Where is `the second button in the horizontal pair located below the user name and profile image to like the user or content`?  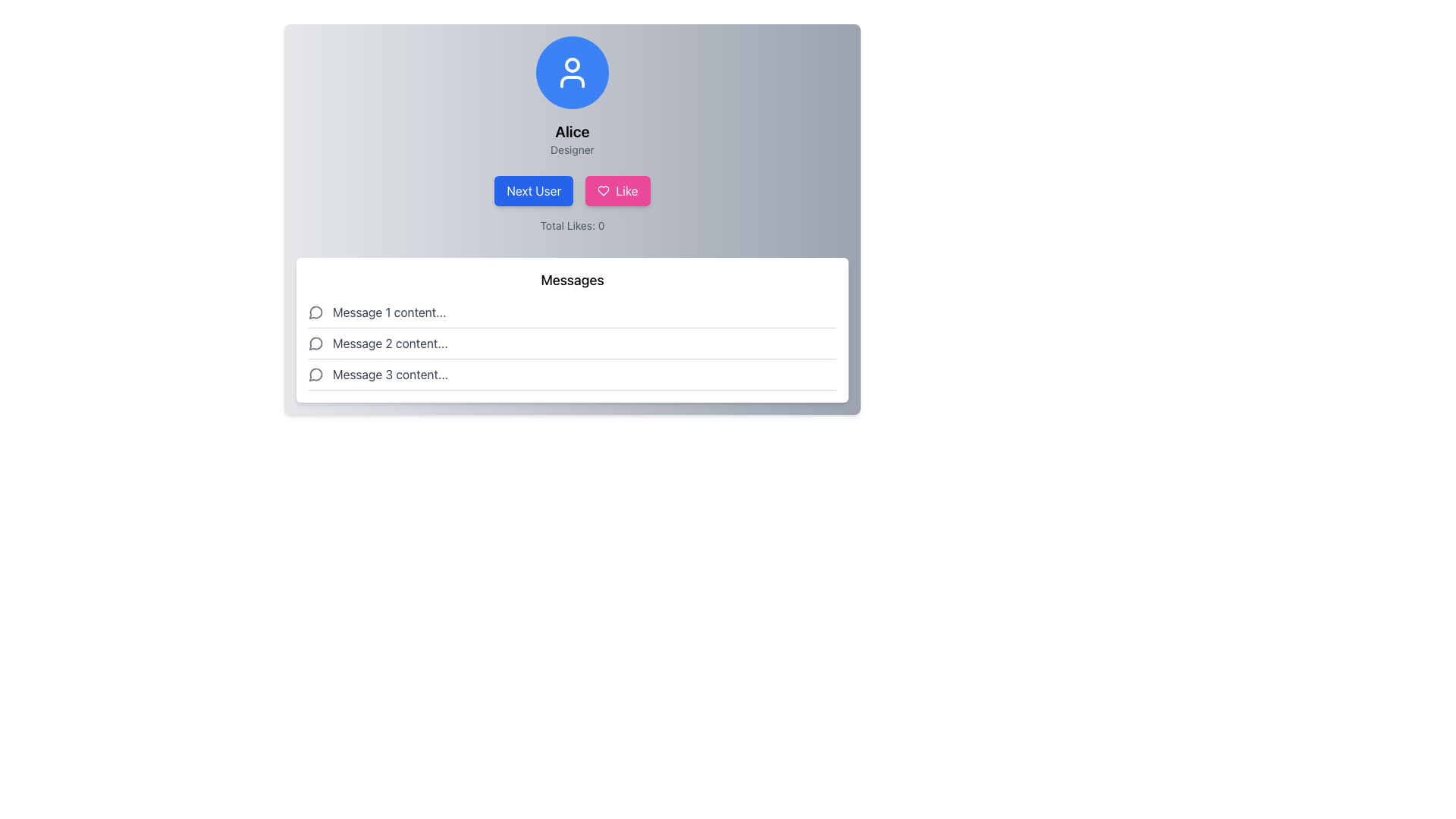 the second button in the horizontal pair located below the user name and profile image to like the user or content is located at coordinates (618, 190).